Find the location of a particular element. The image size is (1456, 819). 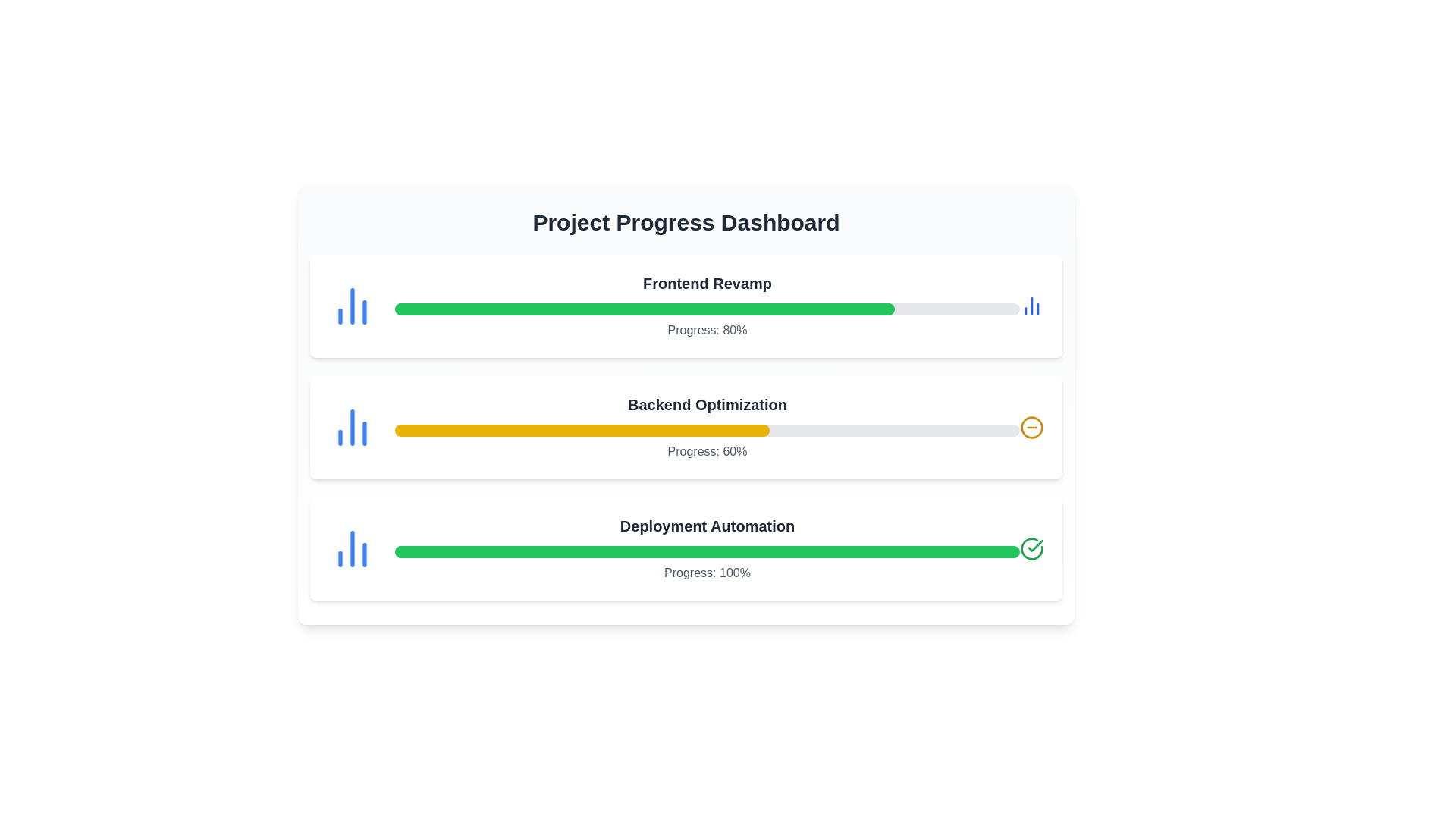

the bar chart icon located at the leftmost side of the 'Frontend Revamp' card, which serves as a visual indicator for data visualization is located at coordinates (352, 306).